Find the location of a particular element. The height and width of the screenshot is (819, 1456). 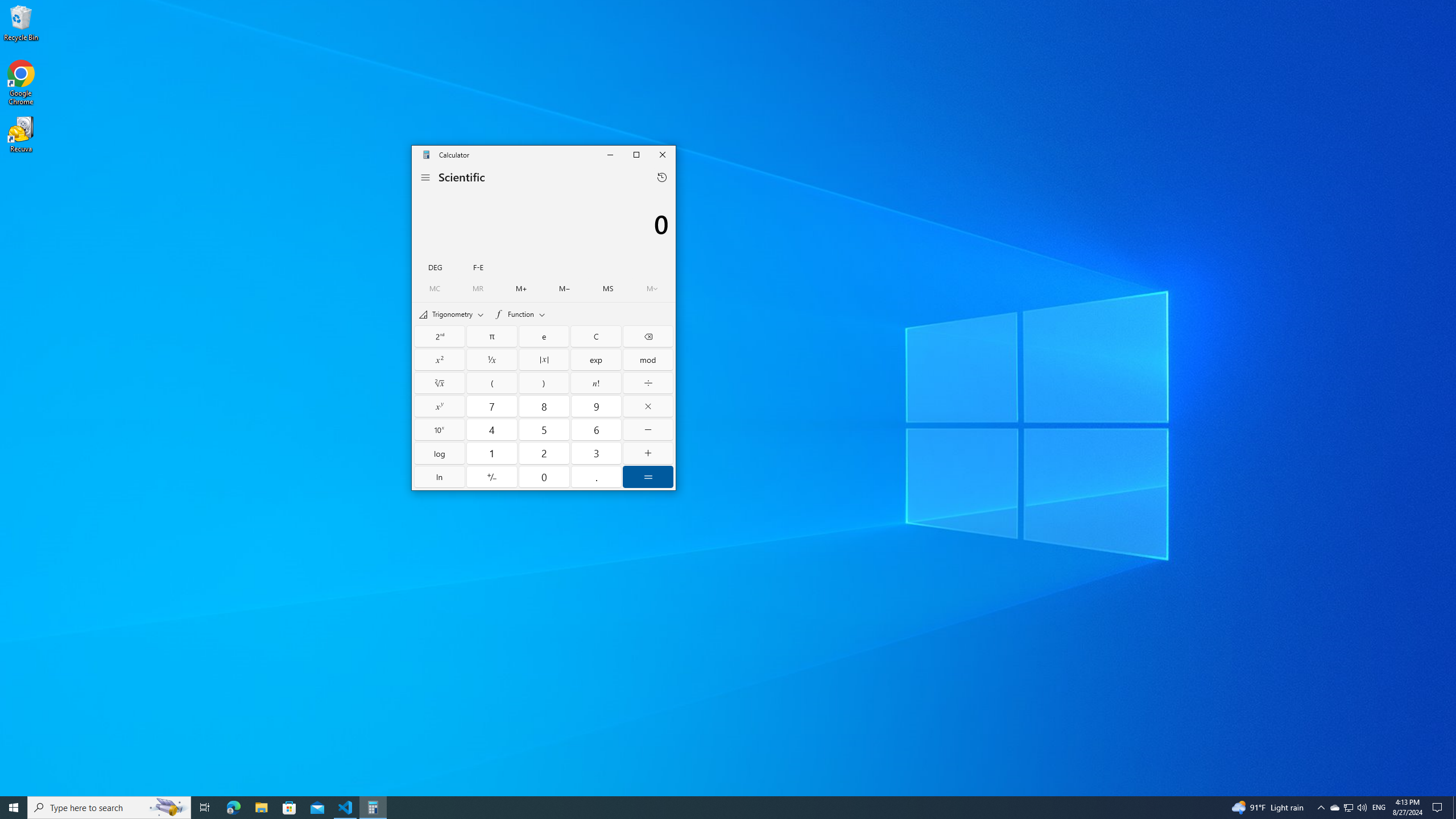

'Minus' is located at coordinates (647, 429).